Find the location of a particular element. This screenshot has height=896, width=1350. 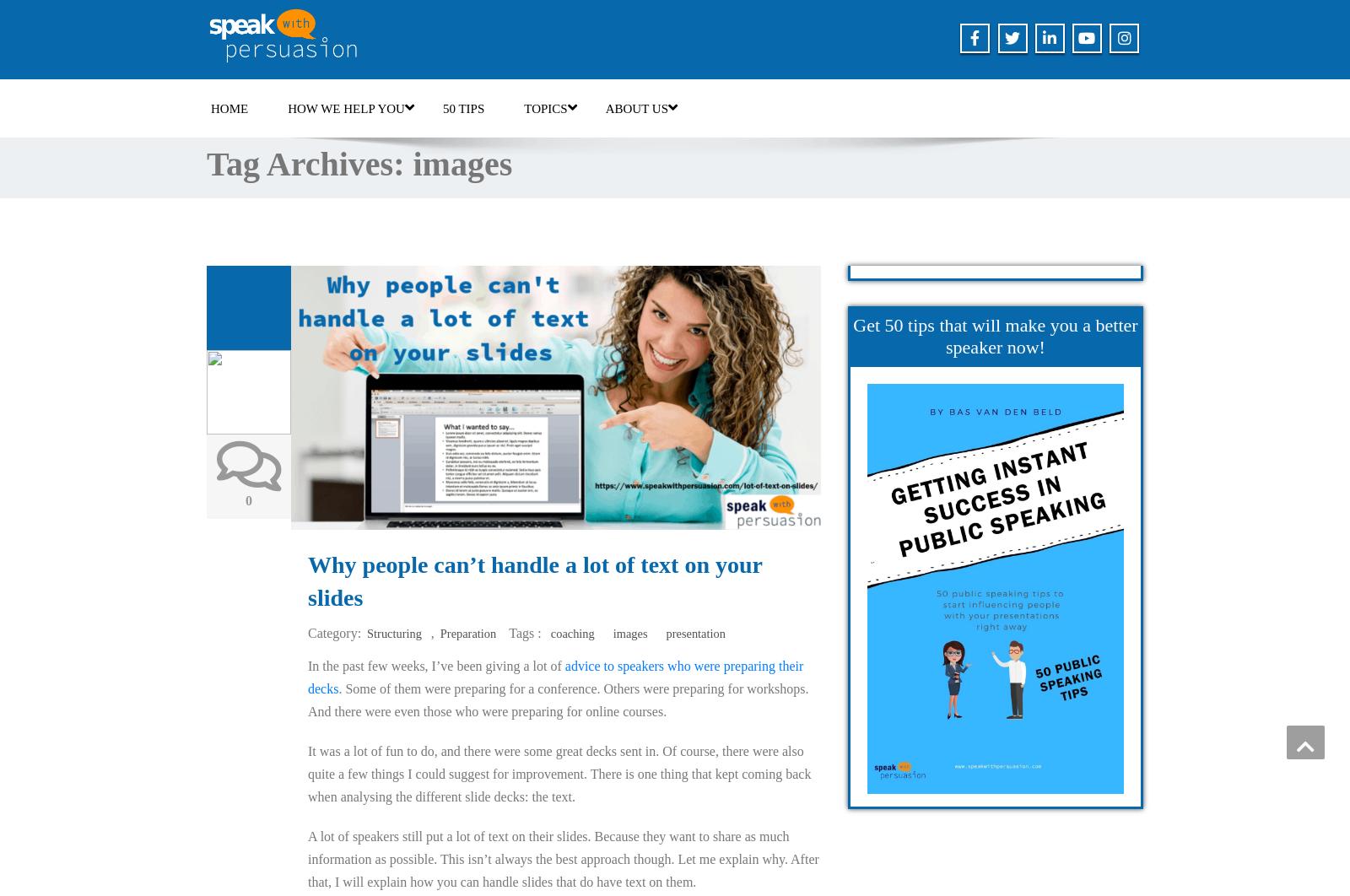

'Get 50 tips that will make you a better speaker now!' is located at coordinates (853, 334).